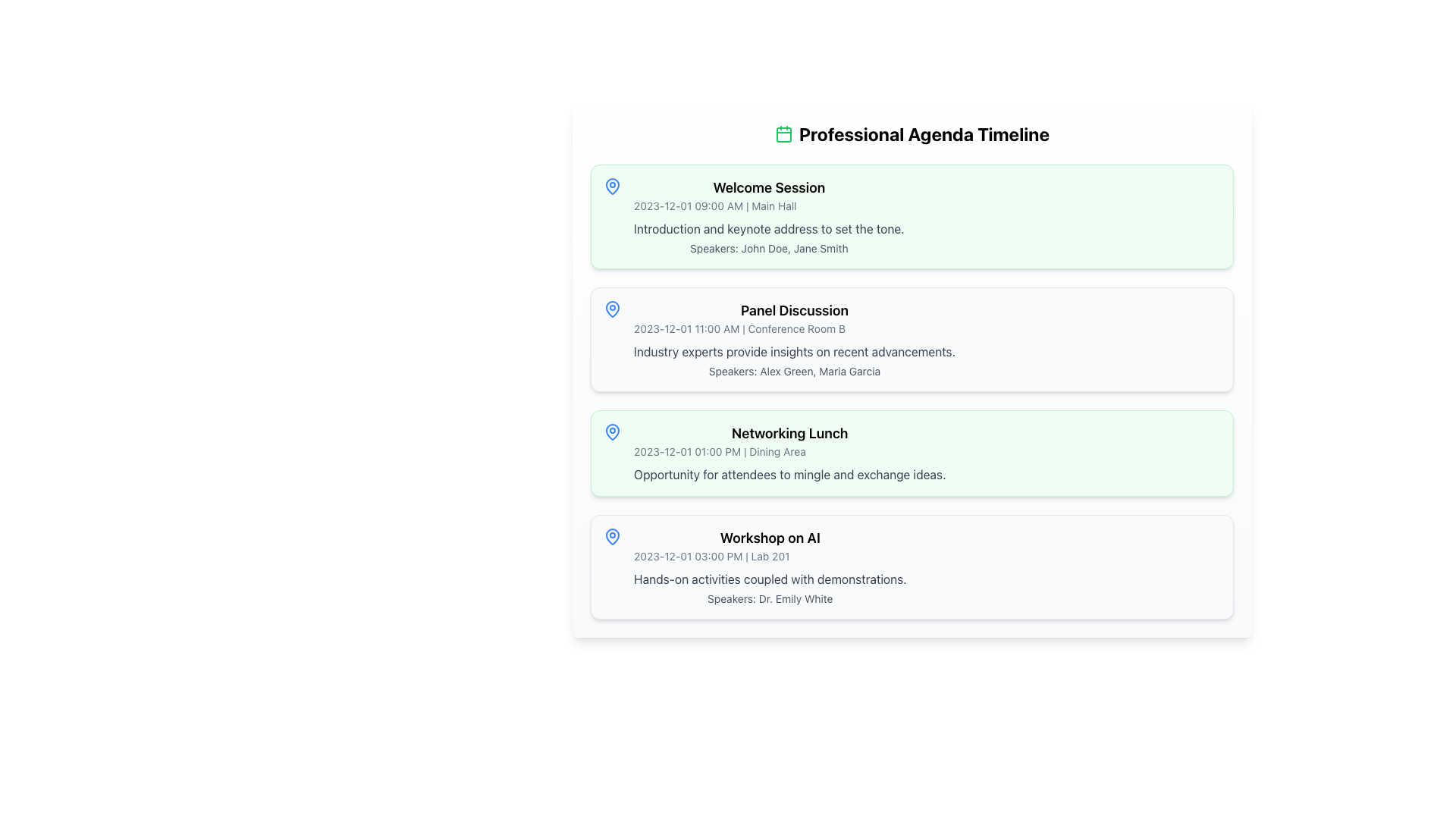  I want to click on the 'Workshop on AI' informational section, which is the fourth item in the agenda list and includes details such as time and location, so click(912, 567).